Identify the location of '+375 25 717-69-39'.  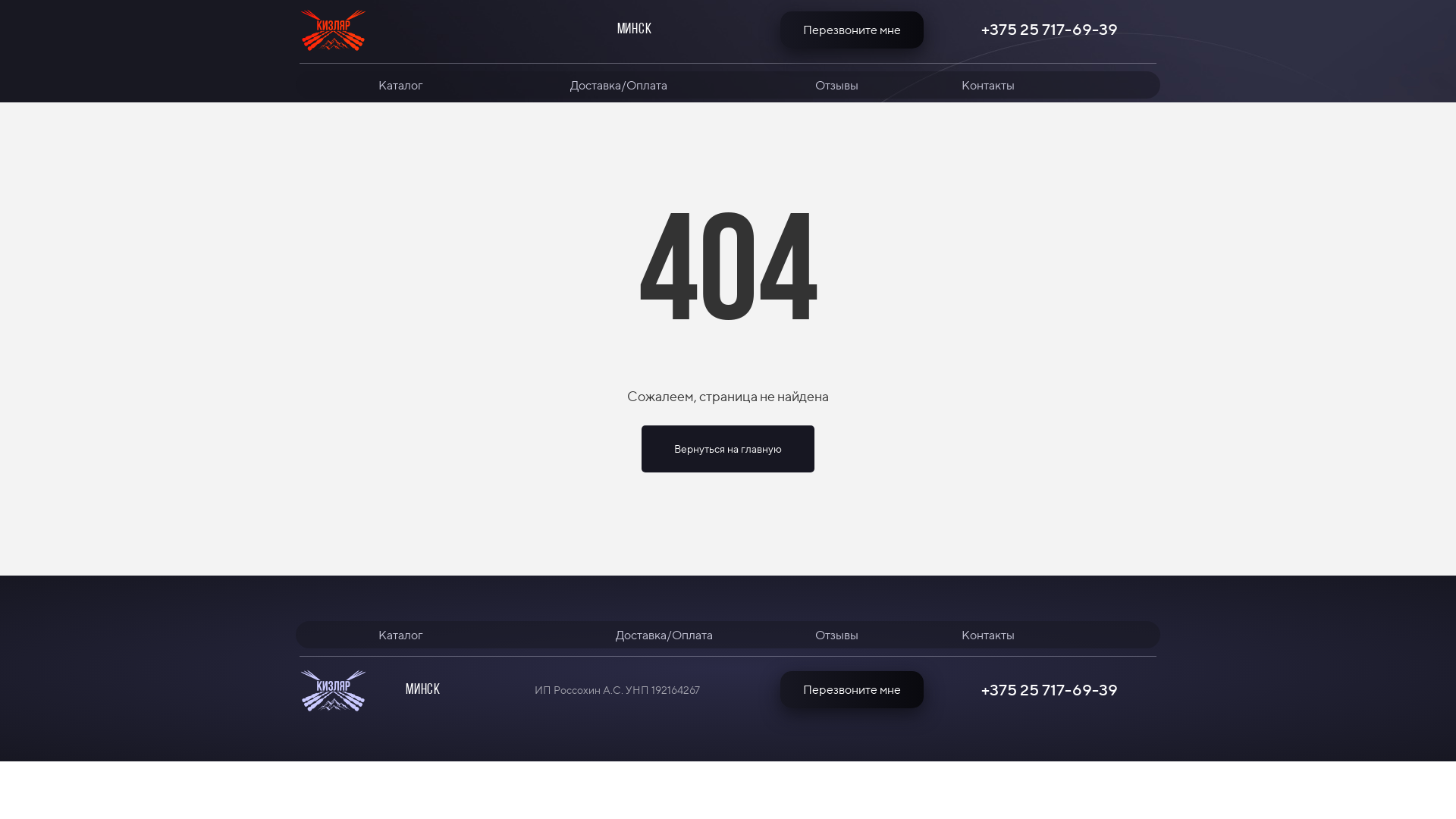
(977, 29).